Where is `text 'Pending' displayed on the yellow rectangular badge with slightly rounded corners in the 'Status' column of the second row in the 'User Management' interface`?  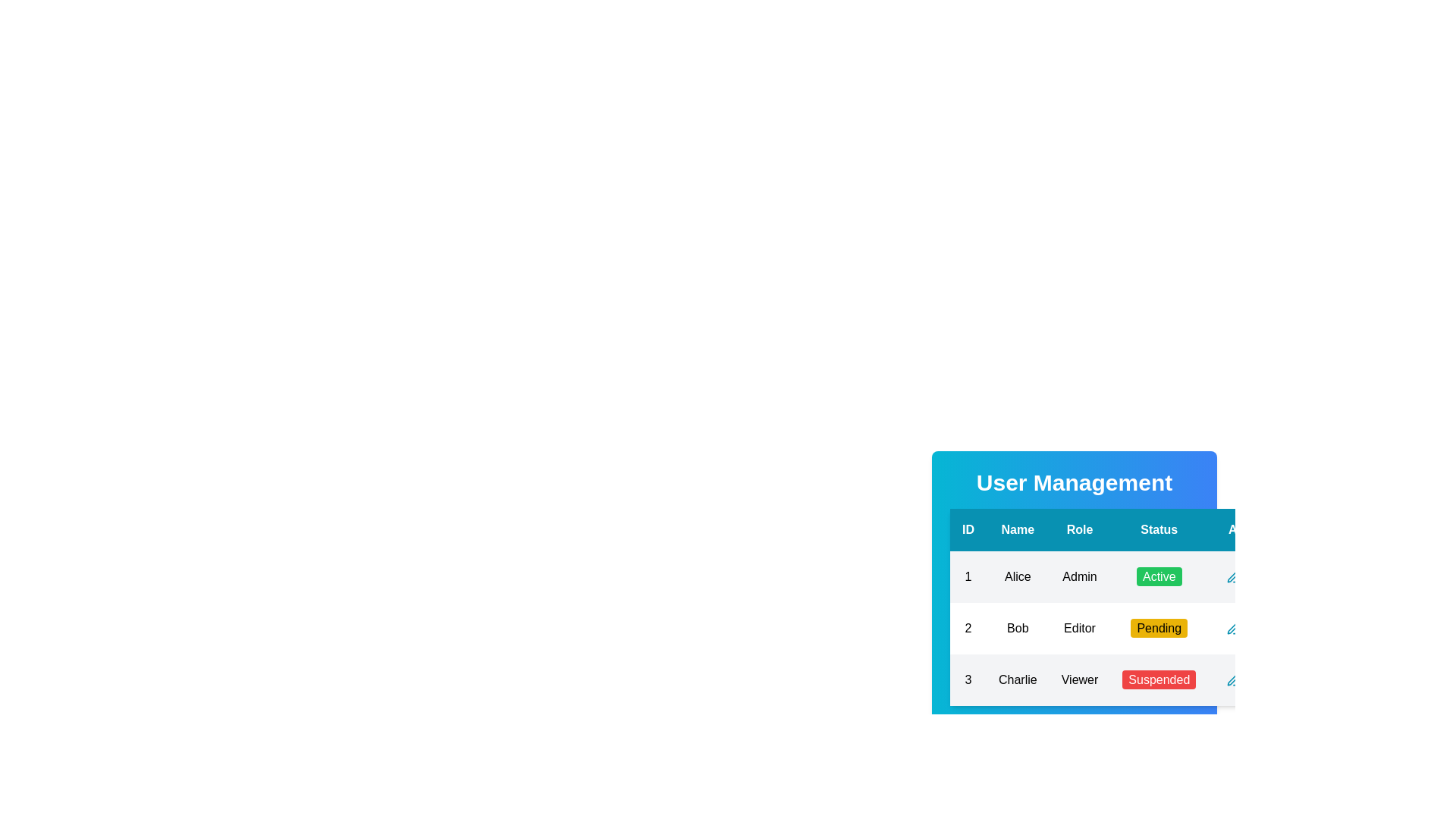 text 'Pending' displayed on the yellow rectangular badge with slightly rounded corners in the 'Status' column of the second row in the 'User Management' interface is located at coordinates (1158, 628).